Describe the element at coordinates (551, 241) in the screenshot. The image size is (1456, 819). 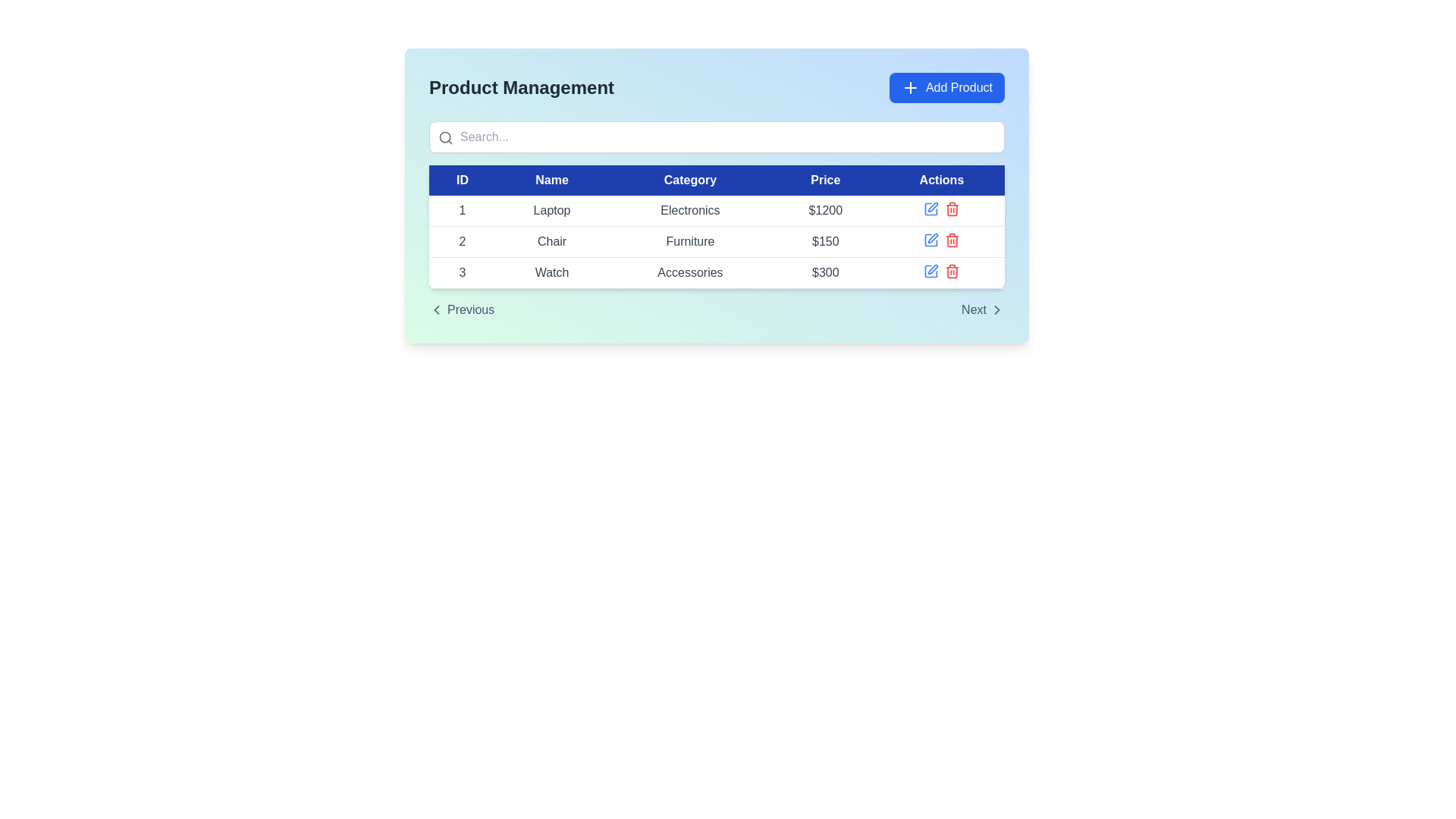
I see `the text label displaying 'Chair' in the second row of the table under the 'Name' column` at that location.